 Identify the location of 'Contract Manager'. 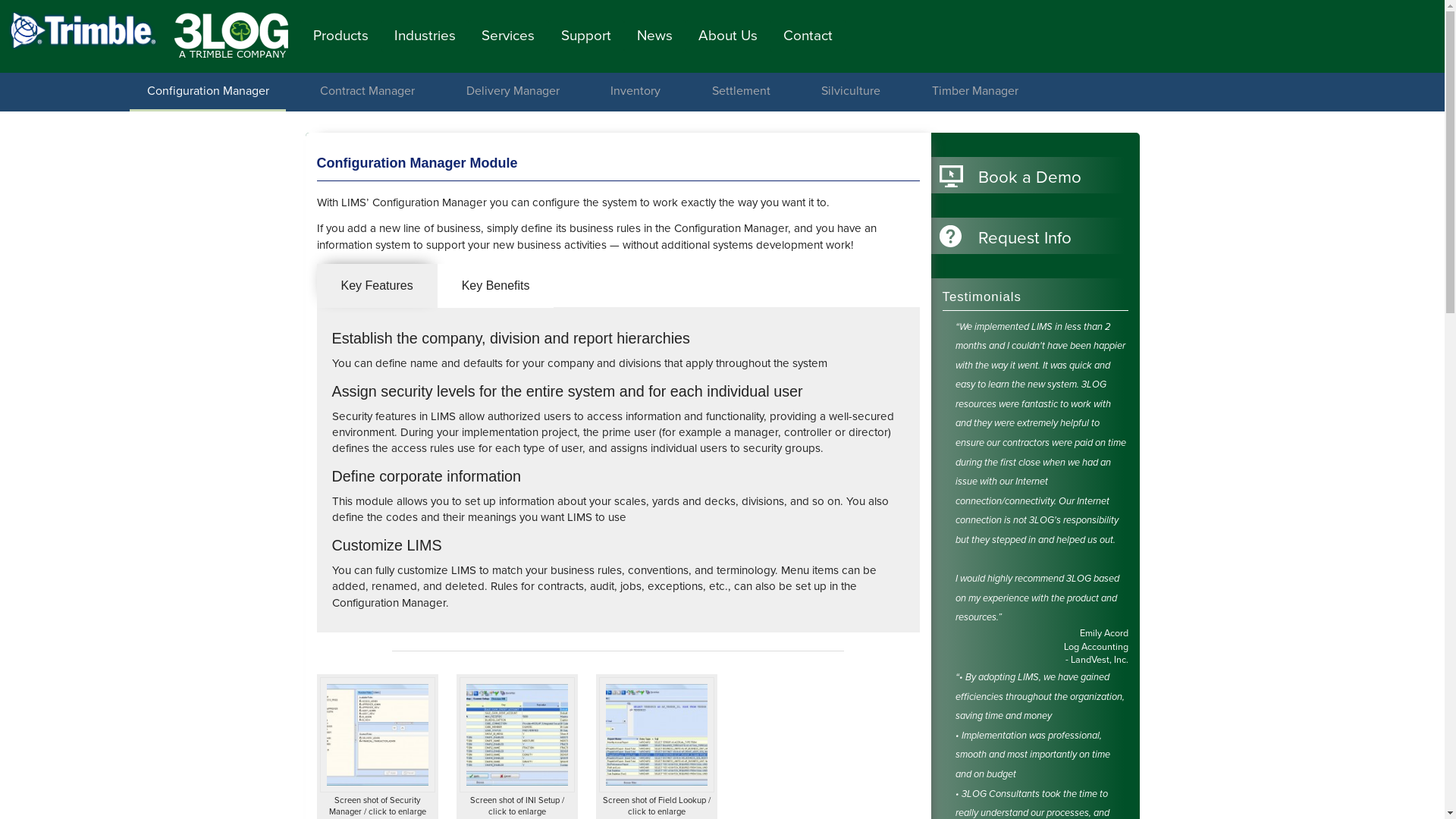
(367, 90).